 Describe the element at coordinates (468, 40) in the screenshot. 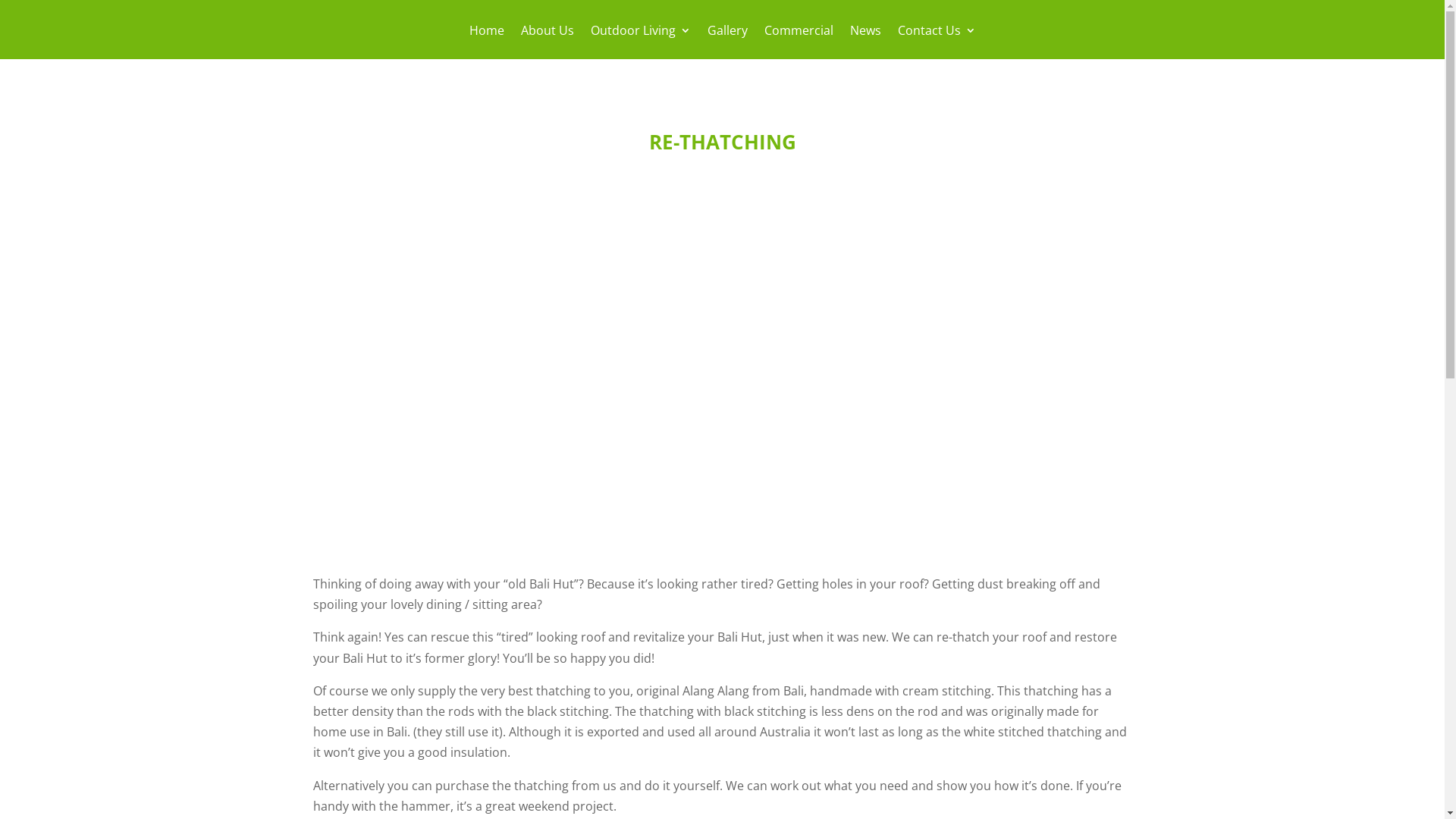

I see `'Home'` at that location.